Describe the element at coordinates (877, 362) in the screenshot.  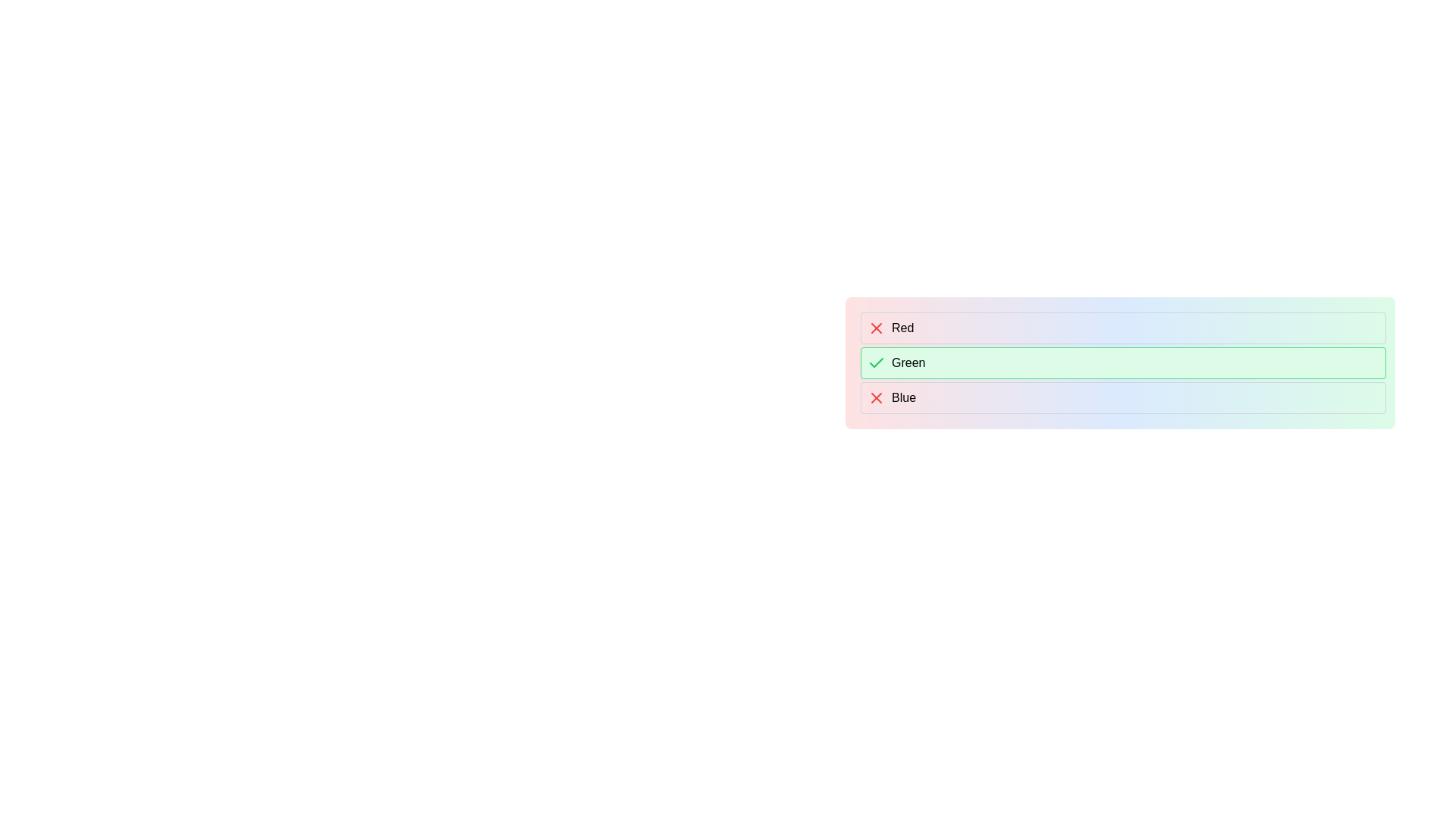
I see `the green checkmark icon located within the green-colored background box associated with the 'Green' label` at that location.